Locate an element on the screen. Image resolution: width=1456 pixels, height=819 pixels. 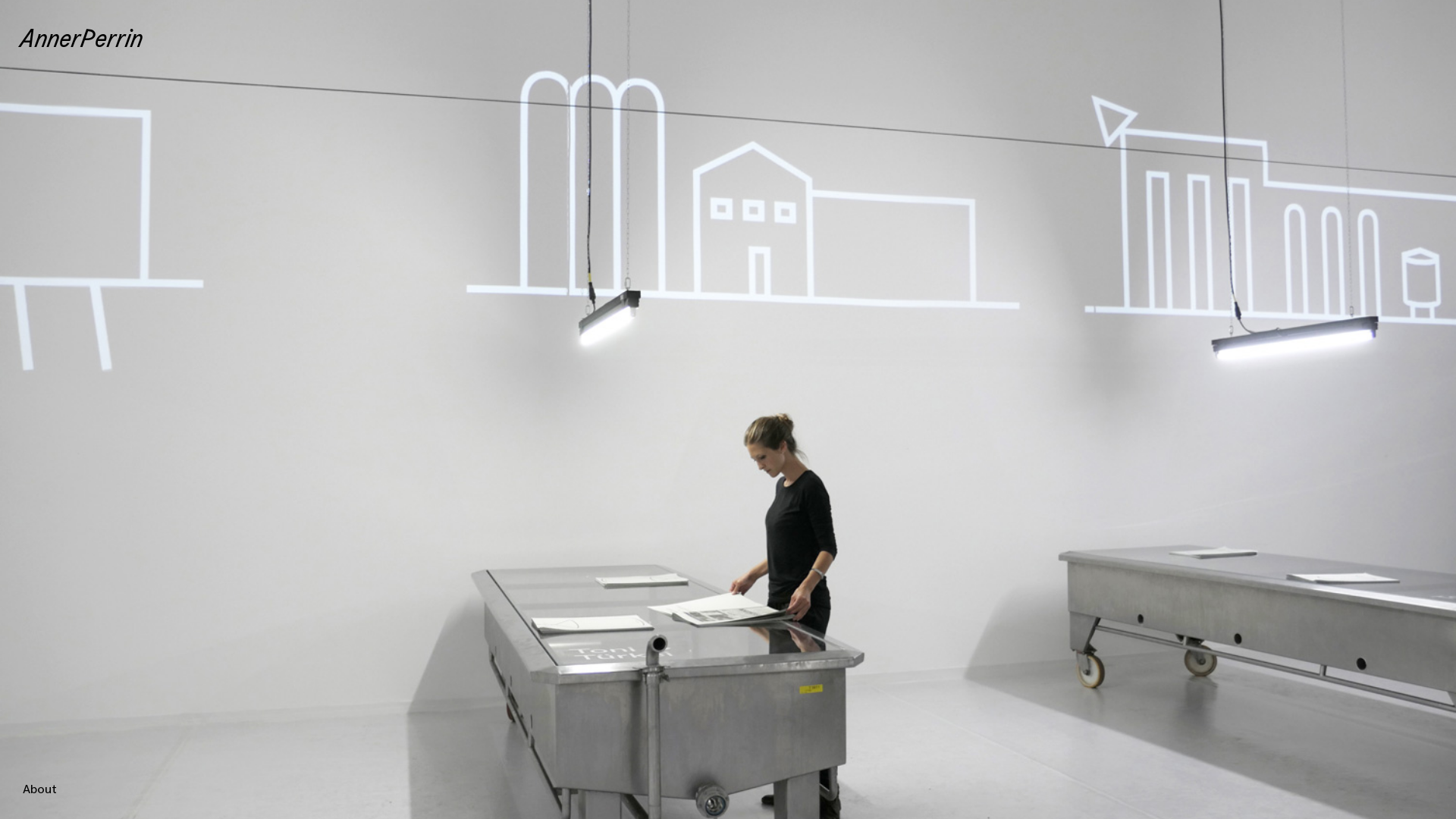
'About' is located at coordinates (39, 788).